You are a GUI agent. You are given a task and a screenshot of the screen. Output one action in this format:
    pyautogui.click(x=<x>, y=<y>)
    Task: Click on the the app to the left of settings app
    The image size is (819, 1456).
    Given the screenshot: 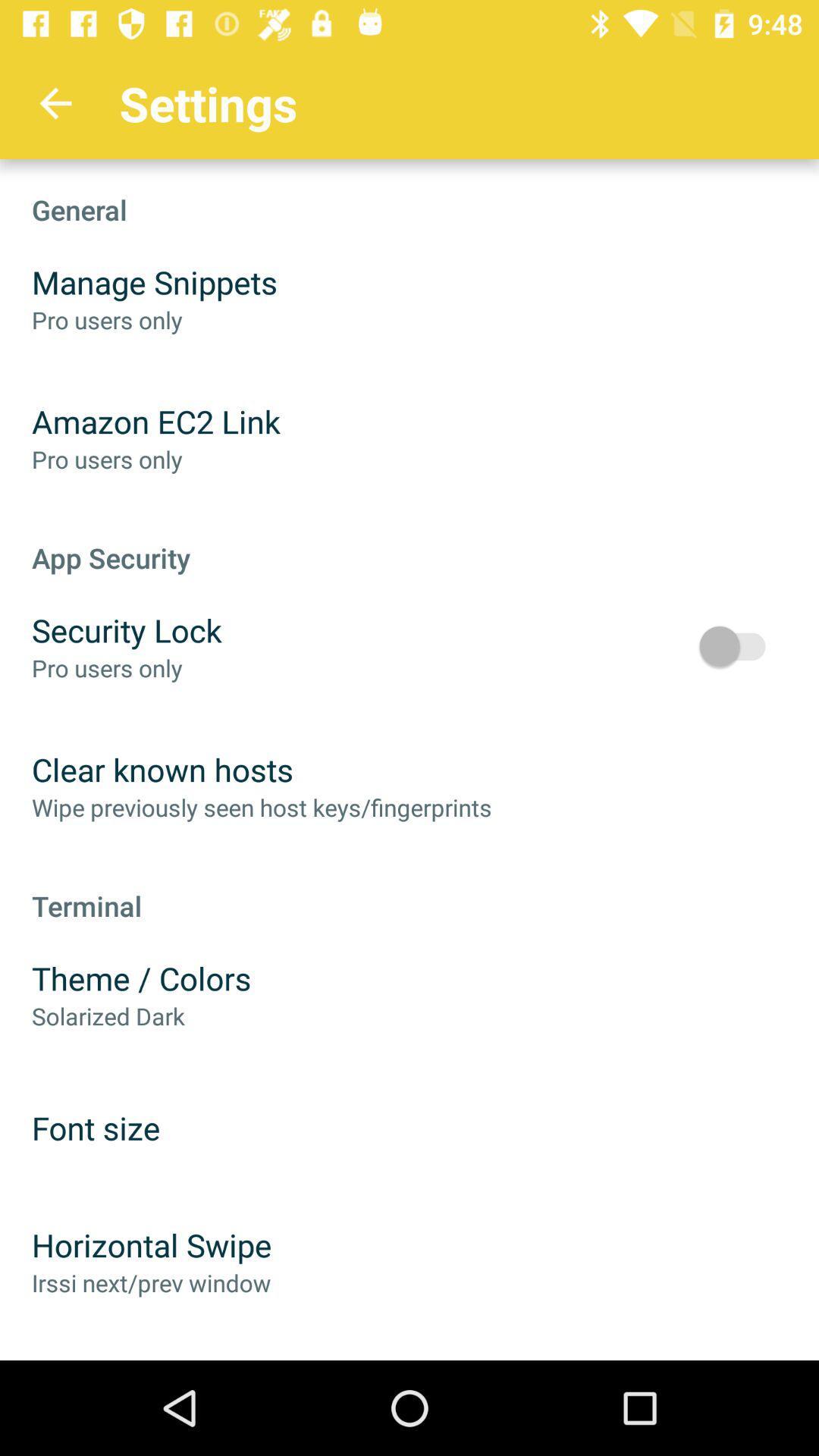 What is the action you would take?
    pyautogui.click(x=55, y=102)
    